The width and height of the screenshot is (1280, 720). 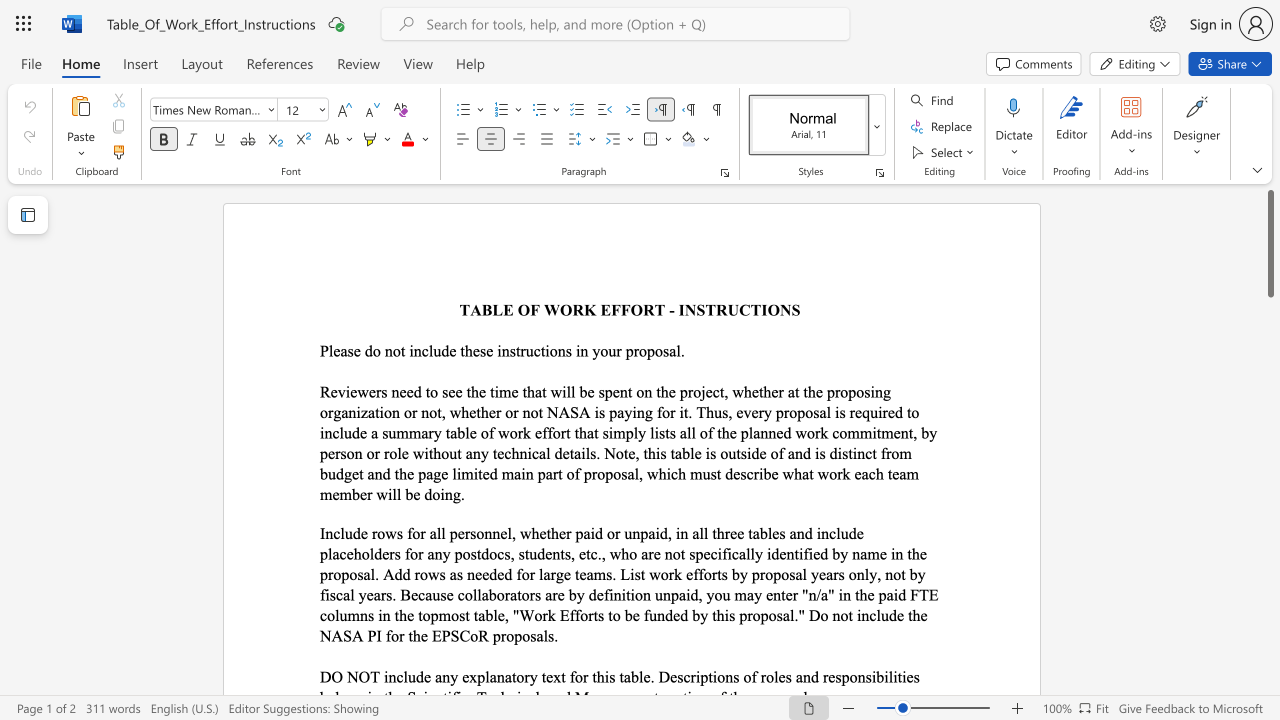 What do you see at coordinates (1269, 338) in the screenshot?
I see `the side scrollbar to bring the page down` at bounding box center [1269, 338].